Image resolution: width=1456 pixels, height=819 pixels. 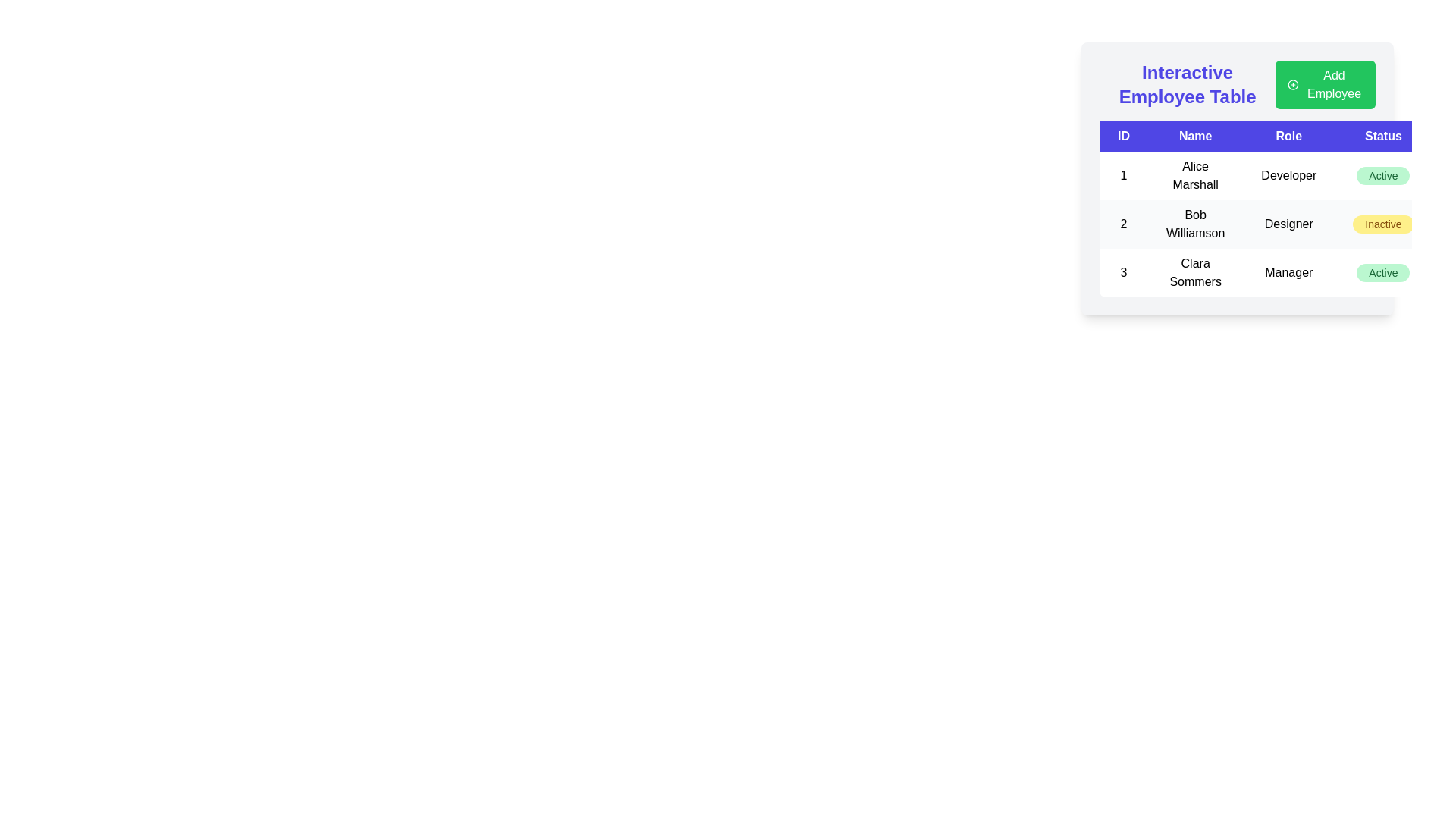 What do you see at coordinates (1124, 271) in the screenshot?
I see `text label representing the ID for the row entry of Clara Sommers in the Interactive Employee Table, located in the first column of the third row` at bounding box center [1124, 271].